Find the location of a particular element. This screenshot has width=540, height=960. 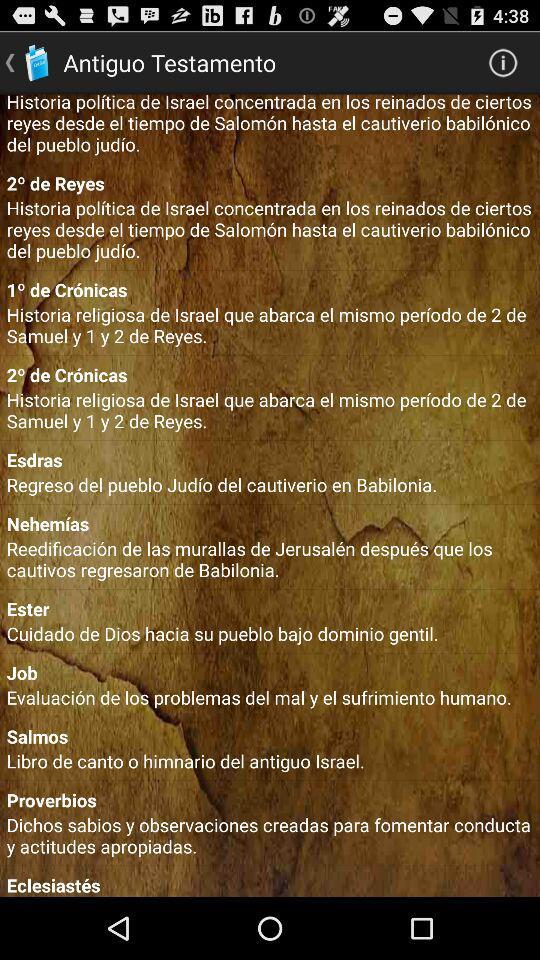

the icon to the right of antiguo testamento is located at coordinates (502, 62).